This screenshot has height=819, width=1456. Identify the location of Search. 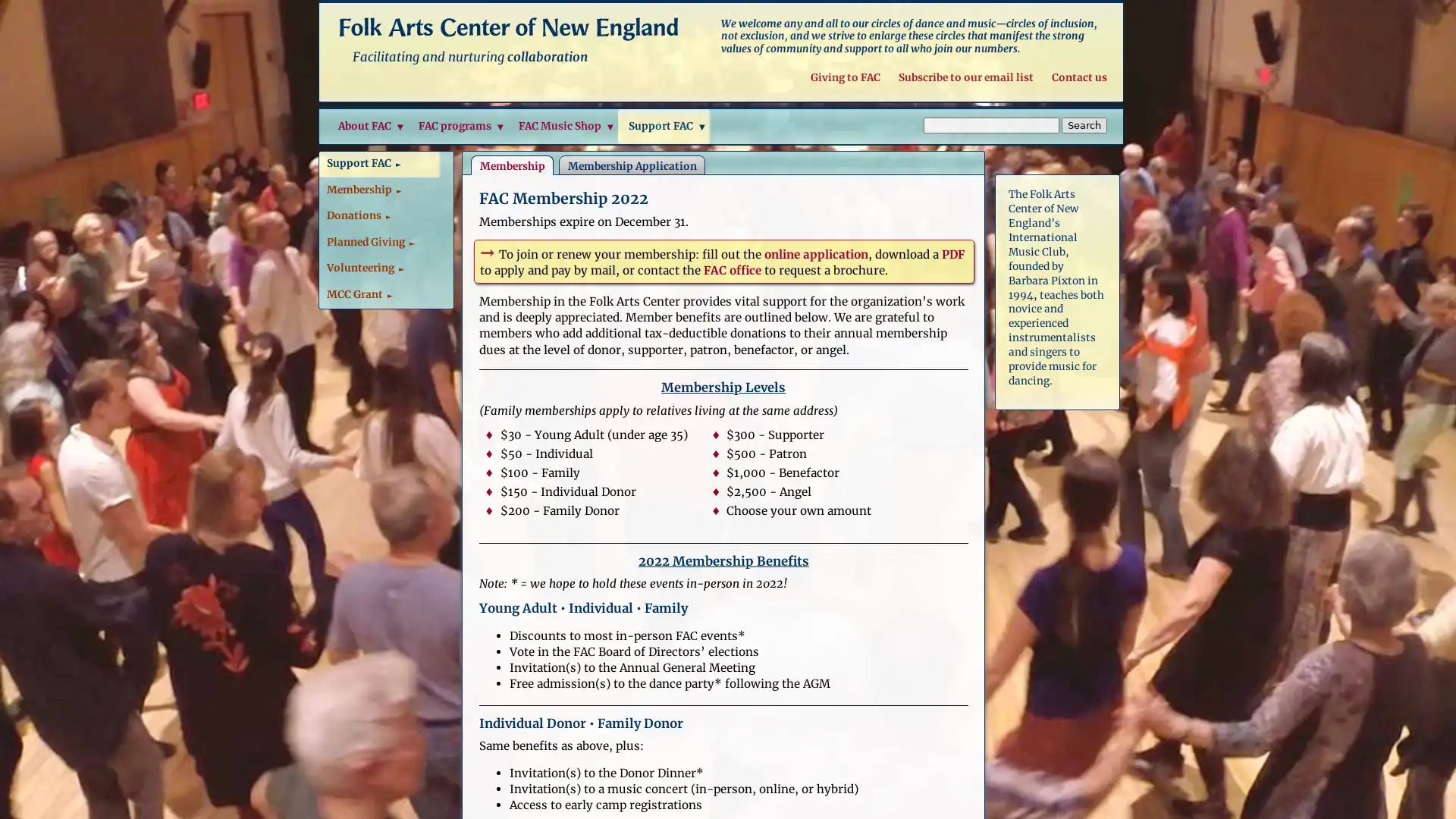
(1084, 124).